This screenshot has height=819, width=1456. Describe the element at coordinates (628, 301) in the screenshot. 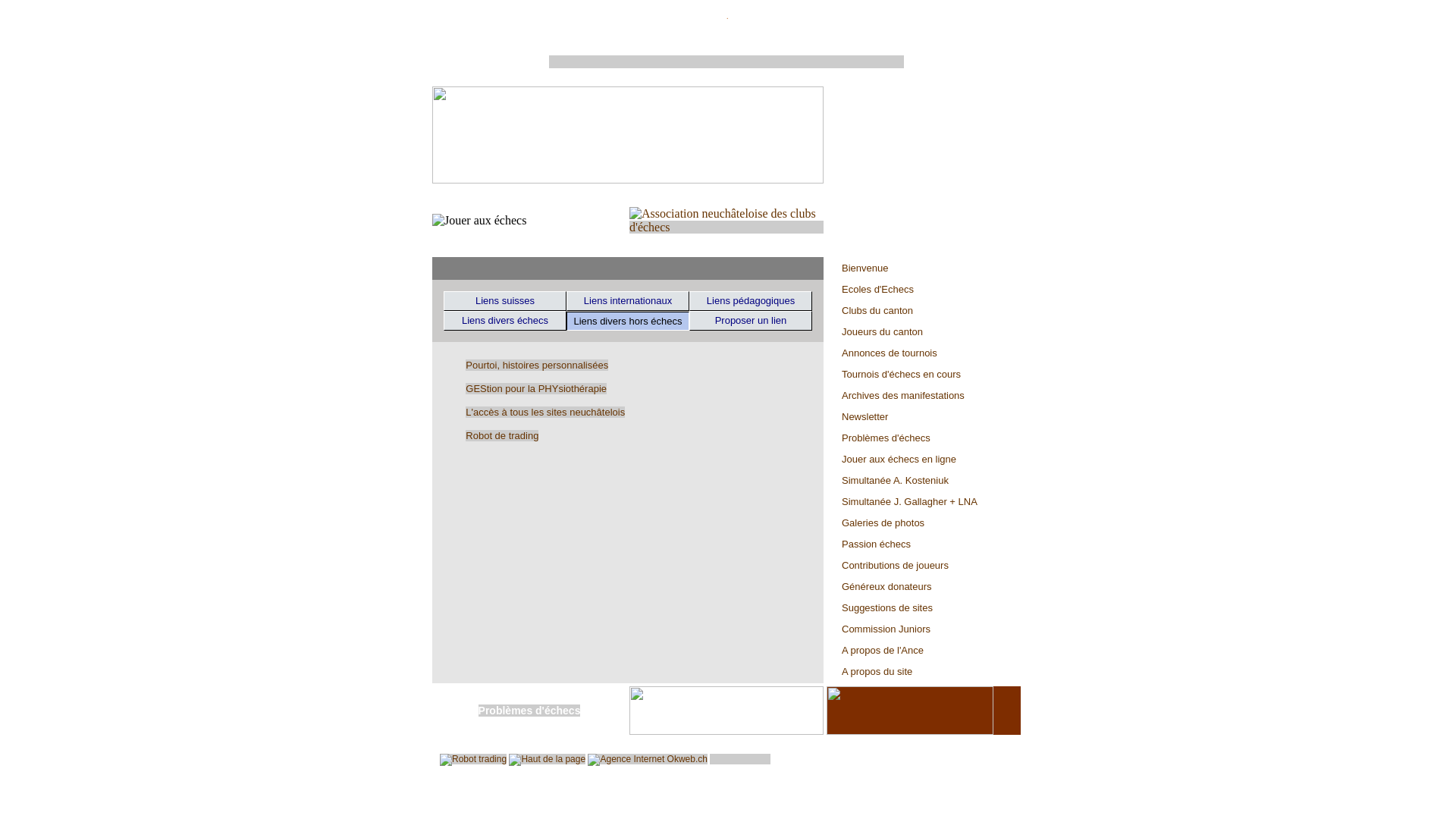

I see `'Liens internationaux'` at that location.